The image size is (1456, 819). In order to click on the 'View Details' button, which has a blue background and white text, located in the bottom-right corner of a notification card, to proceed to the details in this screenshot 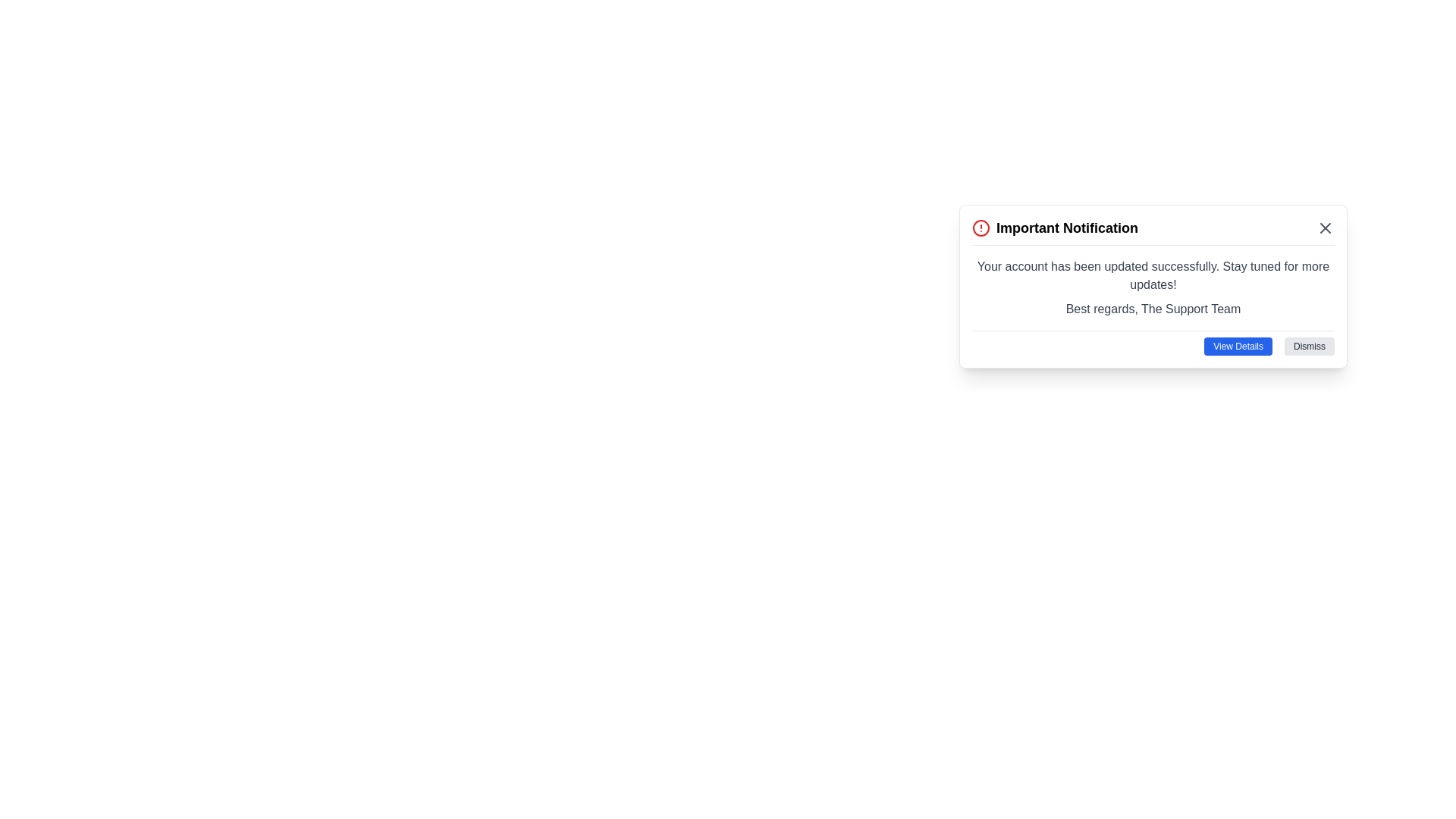, I will do `click(1238, 346)`.